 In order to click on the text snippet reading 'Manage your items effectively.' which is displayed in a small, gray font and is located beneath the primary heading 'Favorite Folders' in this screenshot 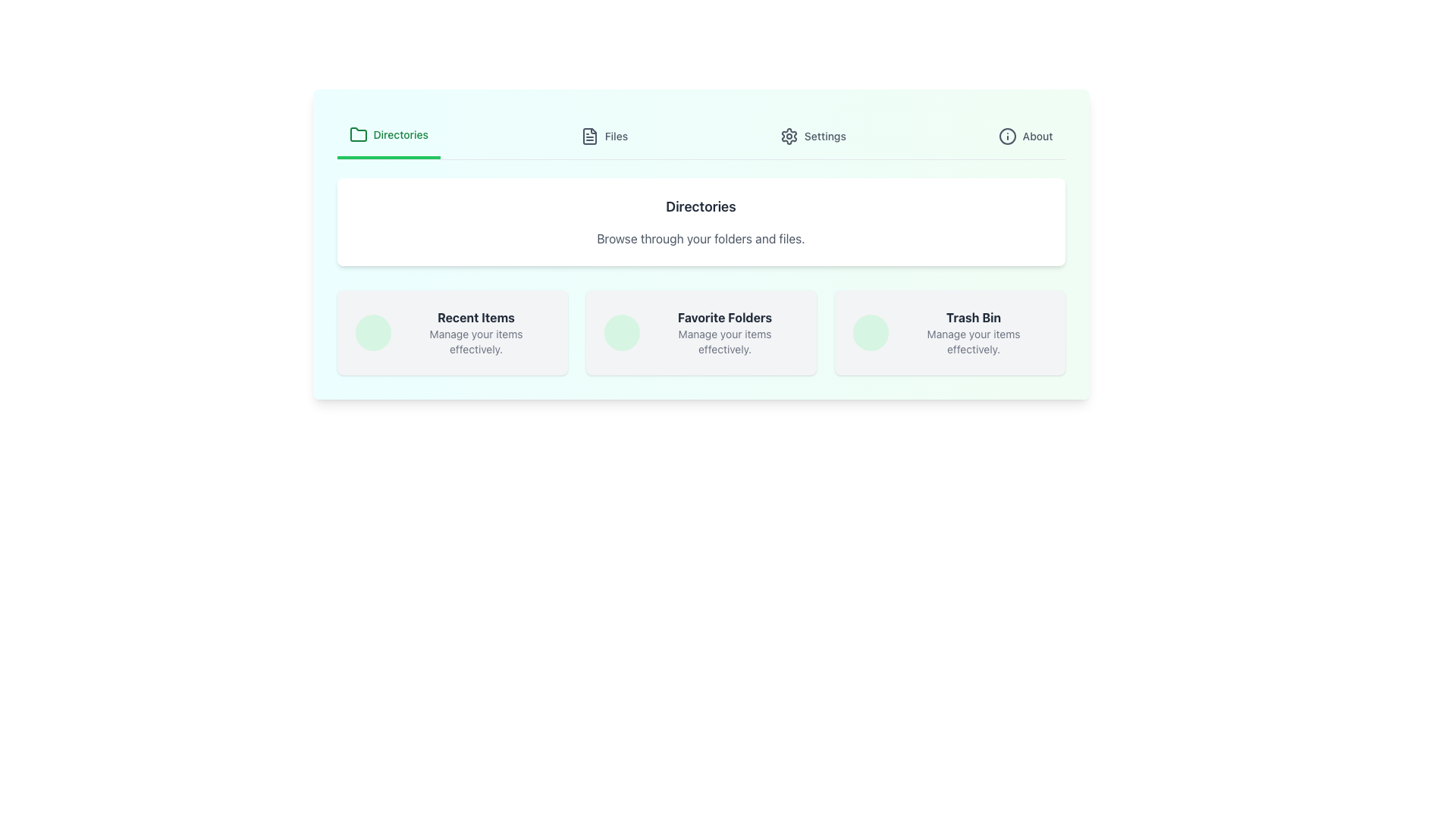, I will do `click(723, 342)`.